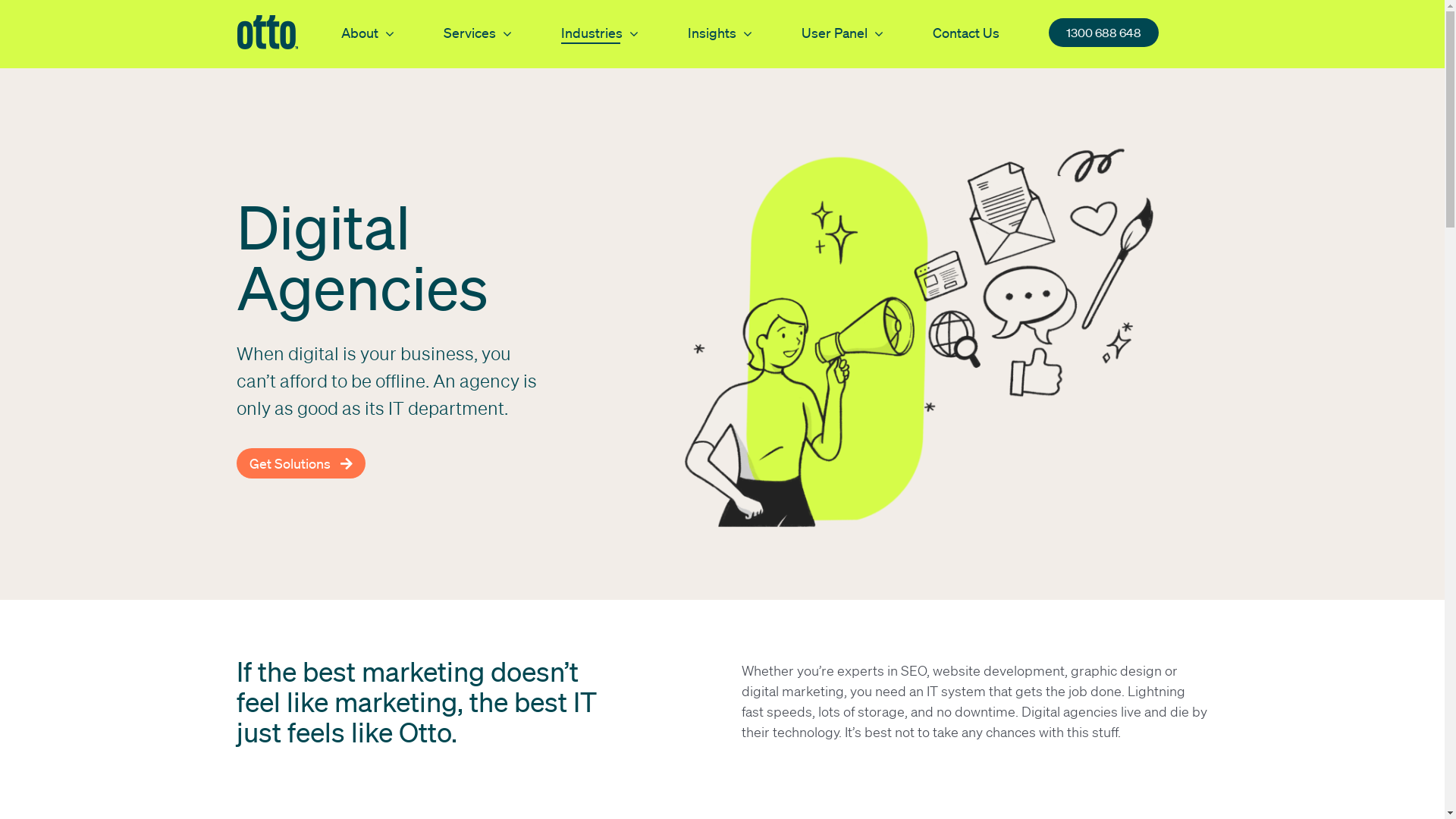 The image size is (1456, 819). What do you see at coordinates (560, 32) in the screenshot?
I see `'Industries'` at bounding box center [560, 32].